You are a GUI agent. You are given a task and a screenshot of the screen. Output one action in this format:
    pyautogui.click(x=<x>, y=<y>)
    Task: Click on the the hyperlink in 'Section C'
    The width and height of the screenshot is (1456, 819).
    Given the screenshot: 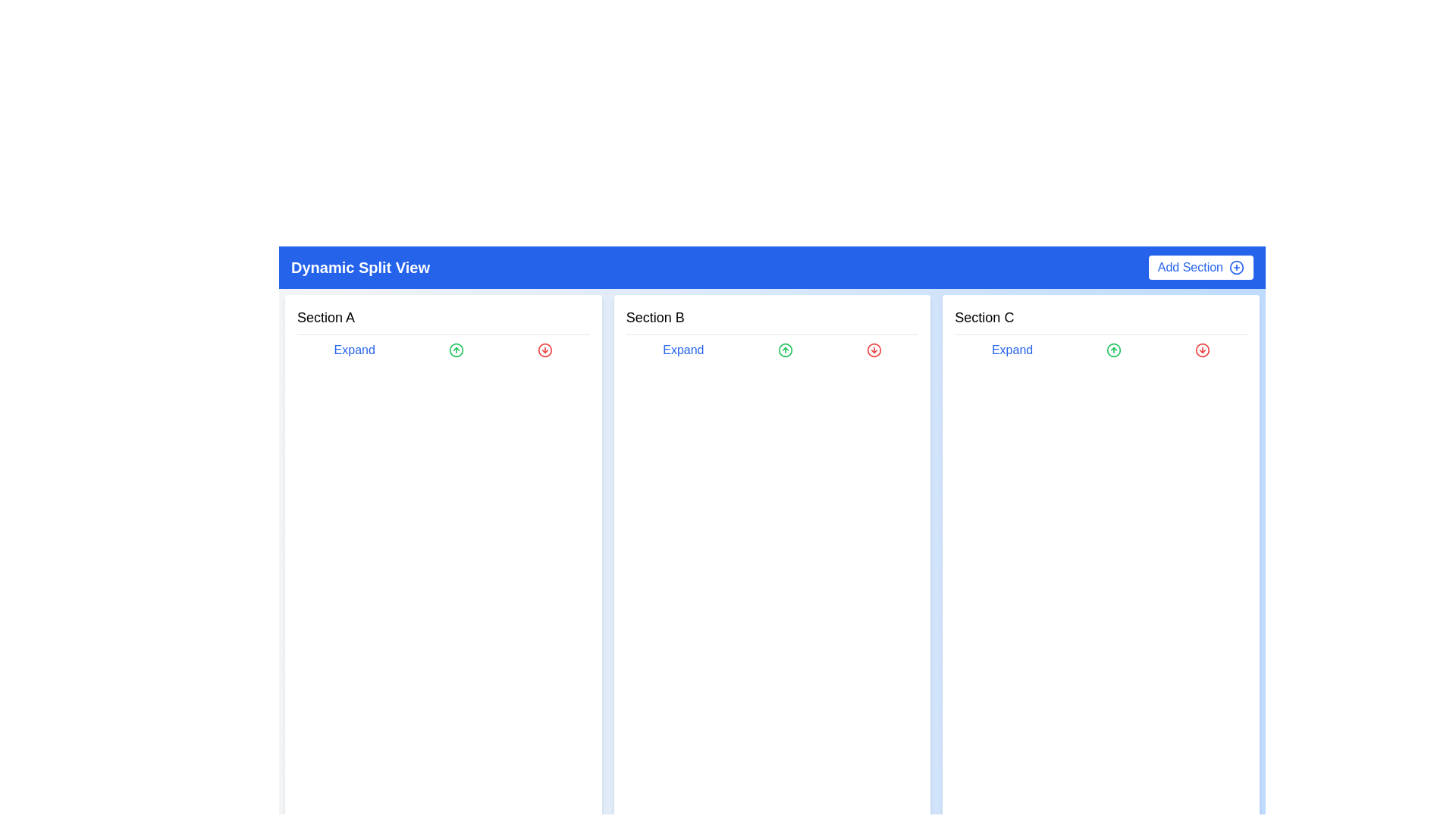 What is the action you would take?
    pyautogui.click(x=1012, y=350)
    